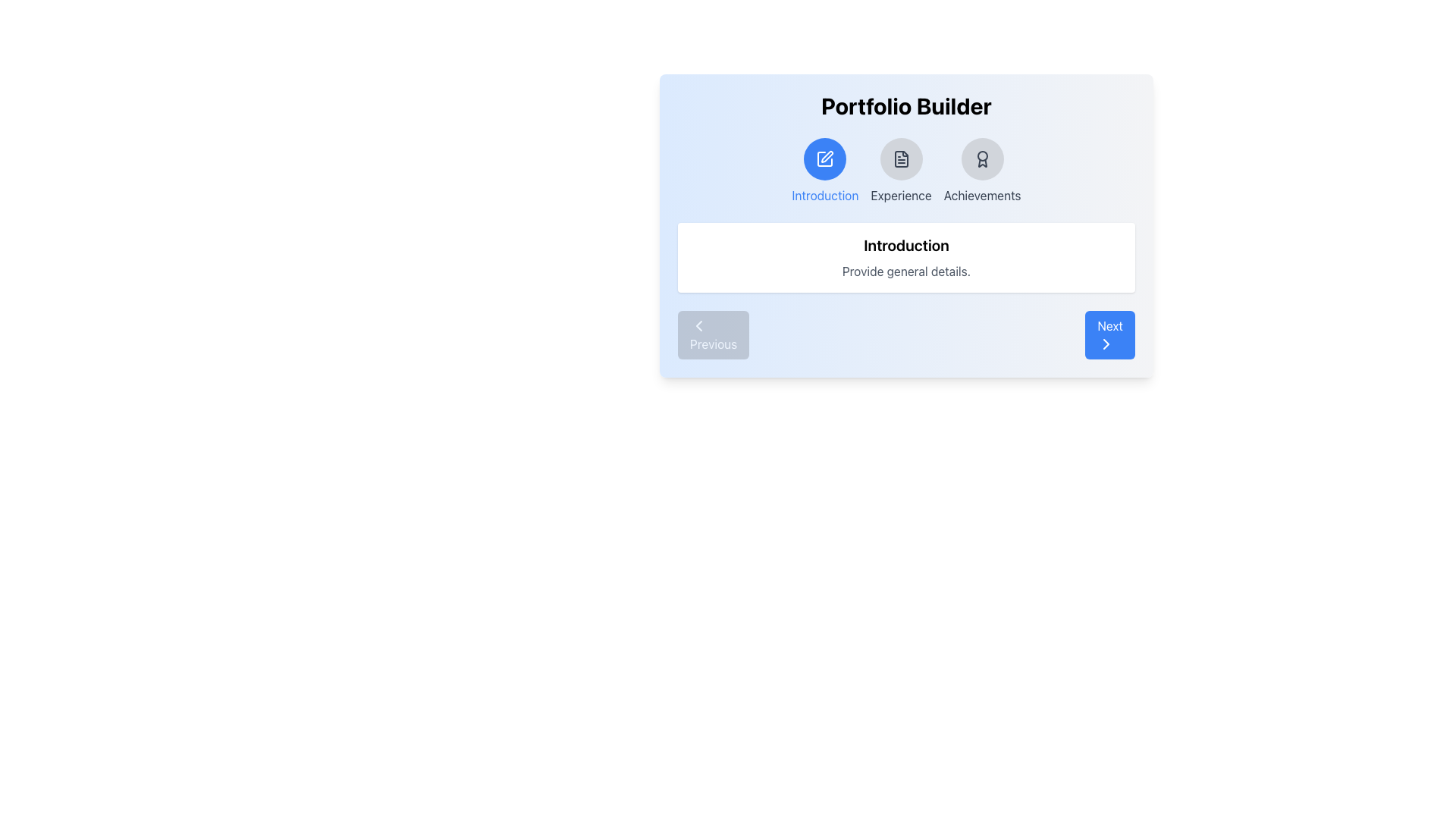  What do you see at coordinates (1106, 344) in the screenshot?
I see `the icon within the blue-colored rectangular button labeled 'Next', located at the bottom-right corner of the form interface, as part of the button's affordance` at bounding box center [1106, 344].